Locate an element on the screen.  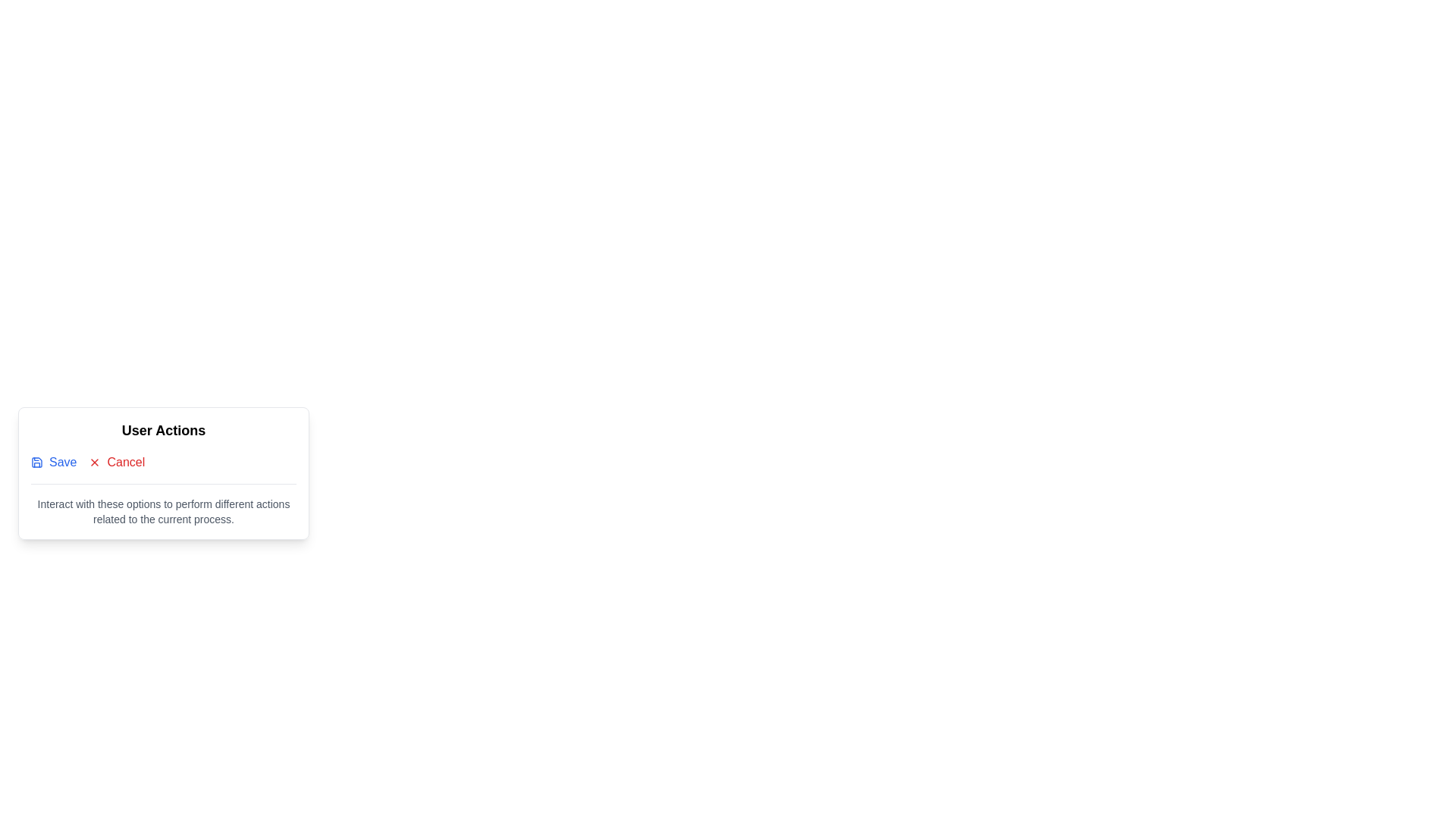
the 'Cancel' icon located within the 'Cancel' button, which enhances the understanding of the button's purpose, situated in the bottom-center portion of the interface is located at coordinates (94, 461).